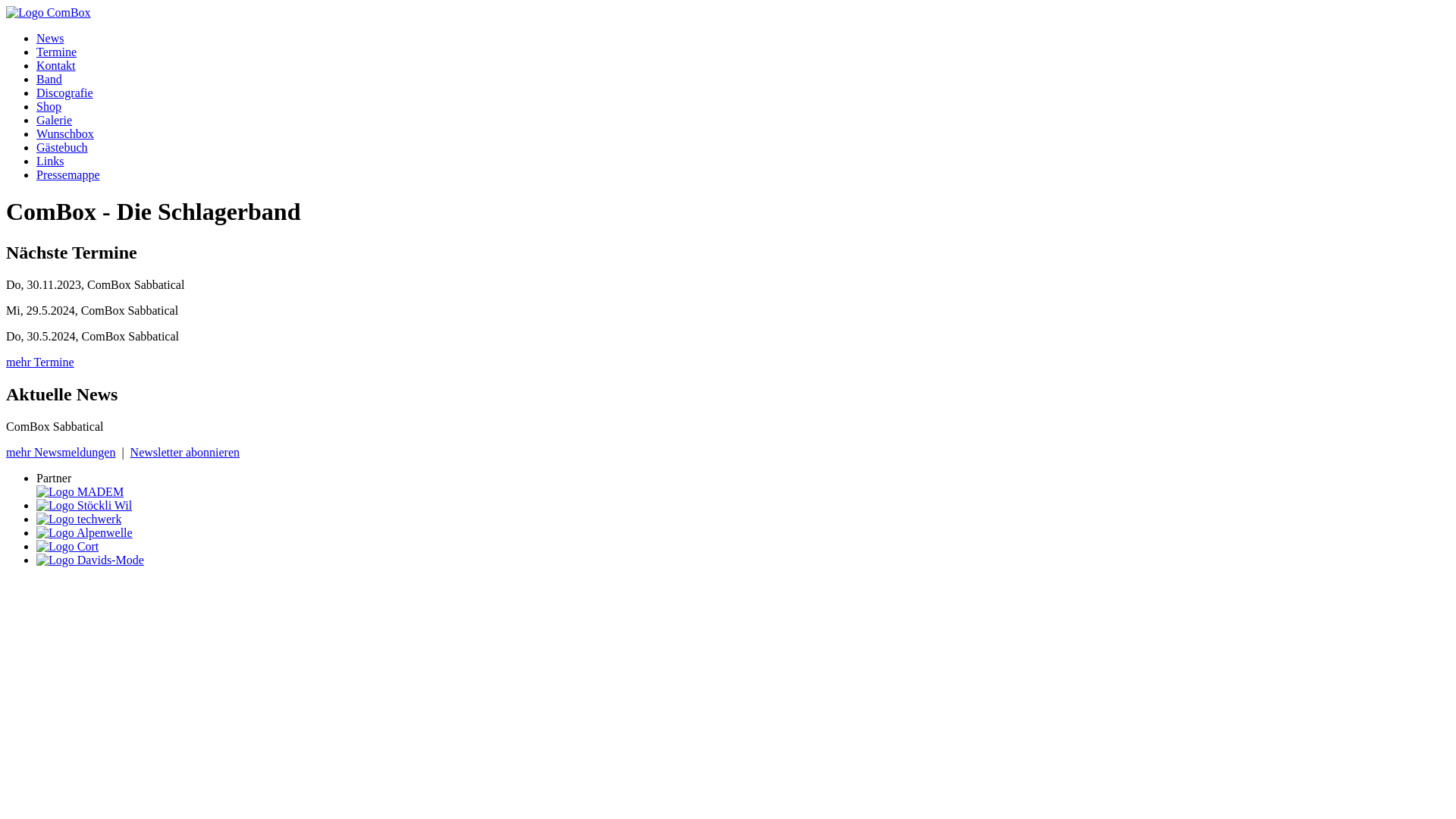  What do you see at coordinates (36, 161) in the screenshot?
I see `'Links'` at bounding box center [36, 161].